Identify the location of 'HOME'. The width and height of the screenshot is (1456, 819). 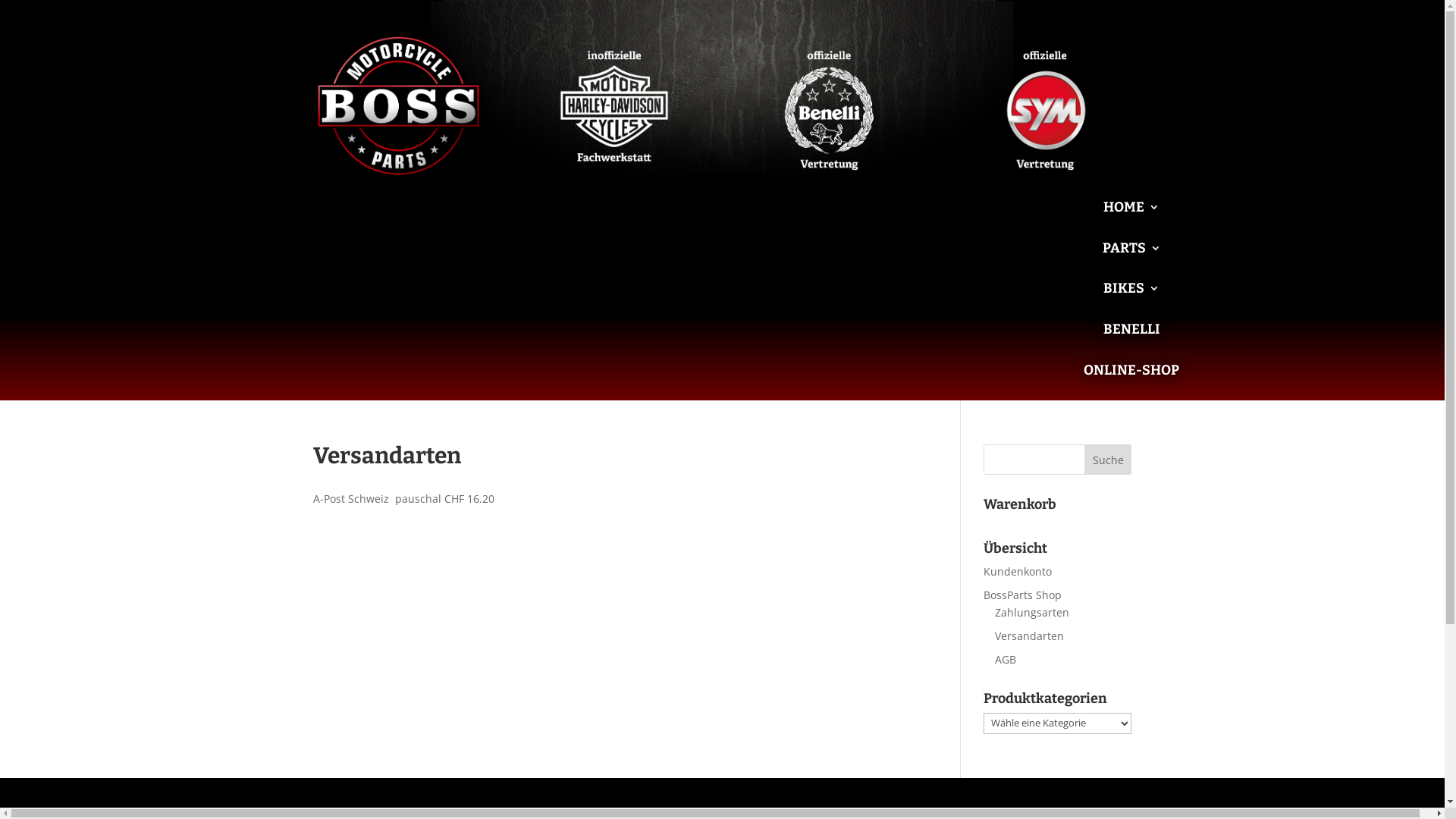
(1131, 218).